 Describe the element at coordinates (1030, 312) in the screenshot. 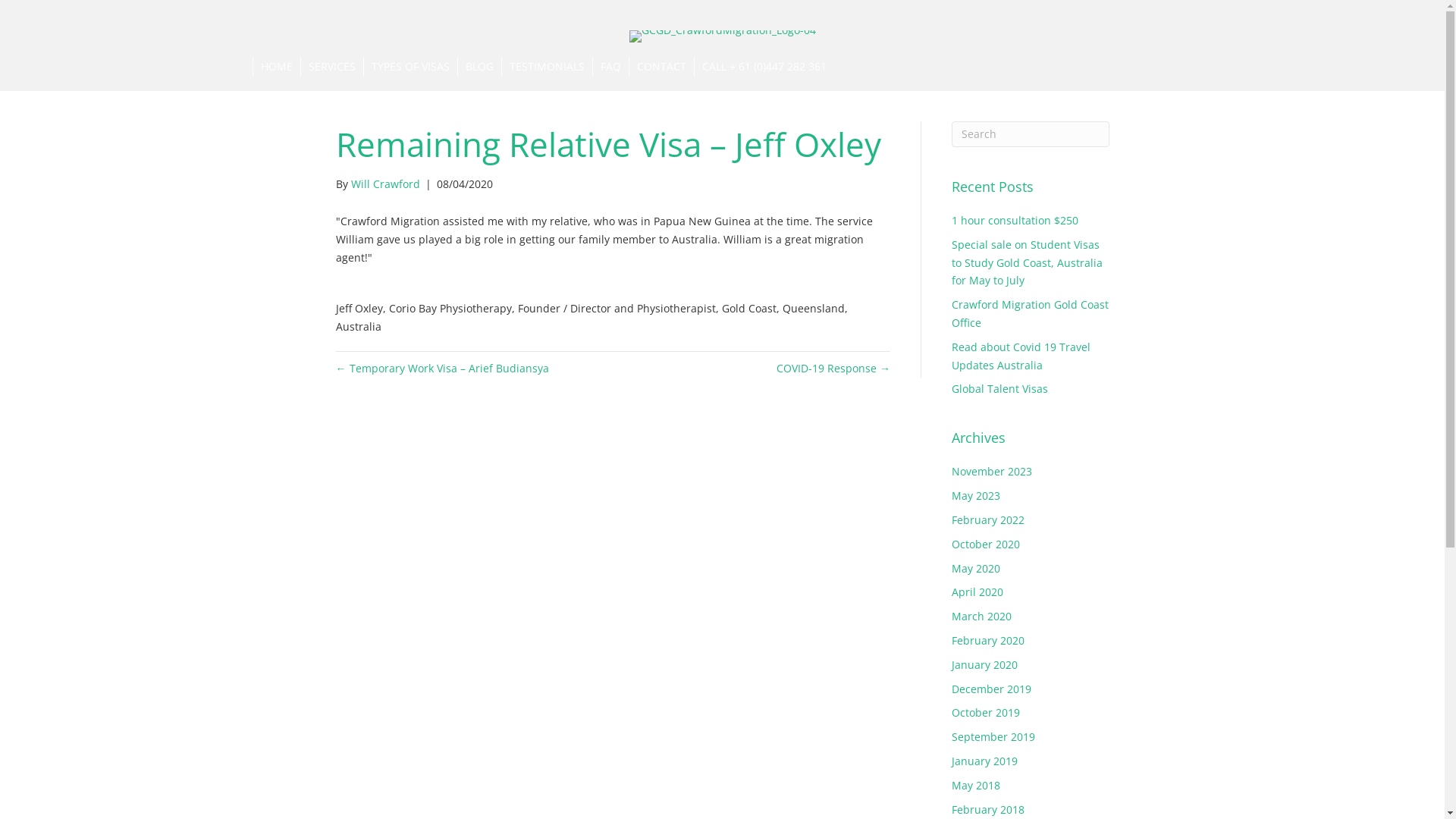

I see `'Crawford Migration Gold Coast Office'` at that location.